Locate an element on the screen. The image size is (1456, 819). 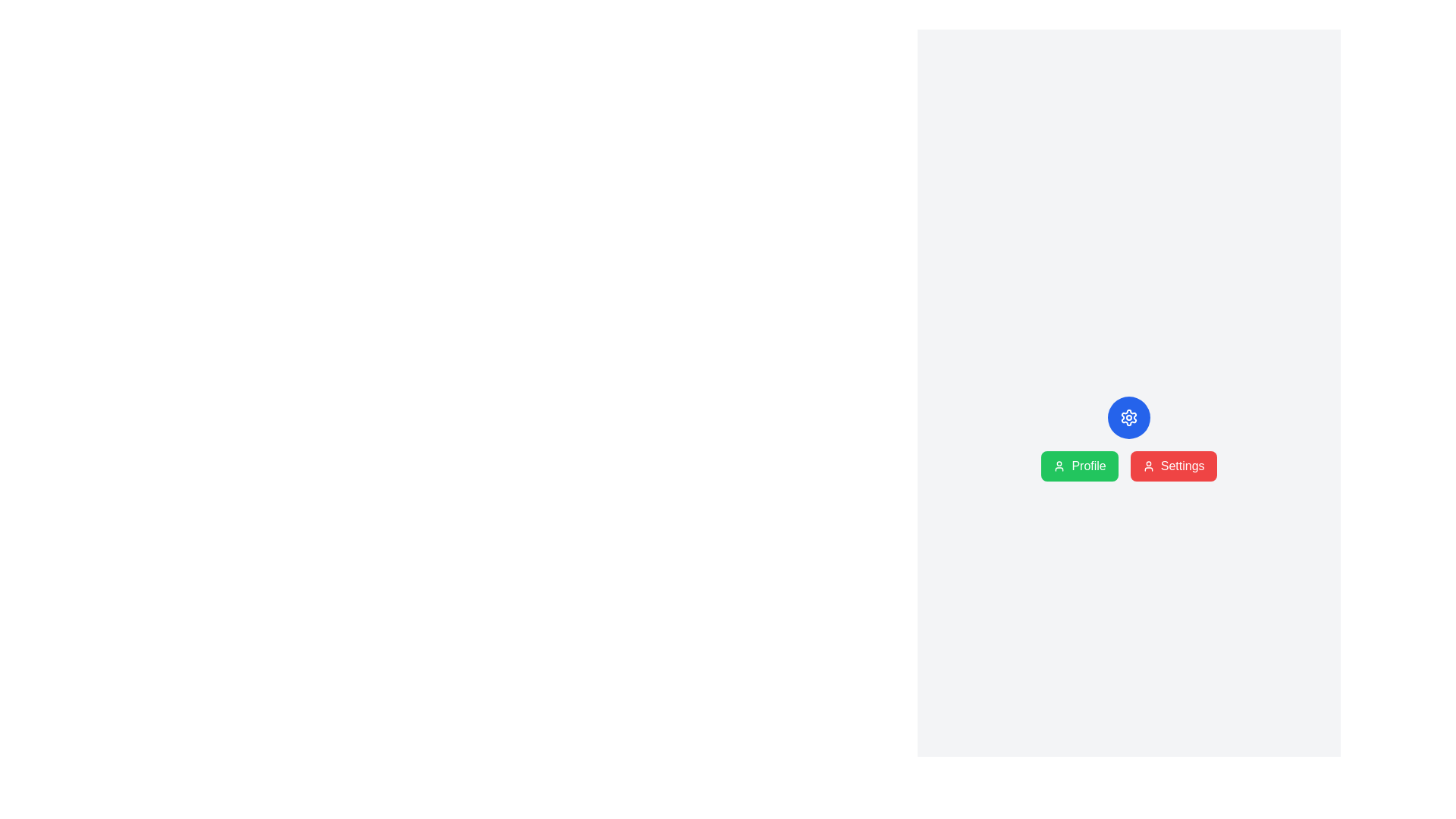
the rounded blue circular button with a white gear icon is located at coordinates (1128, 418).